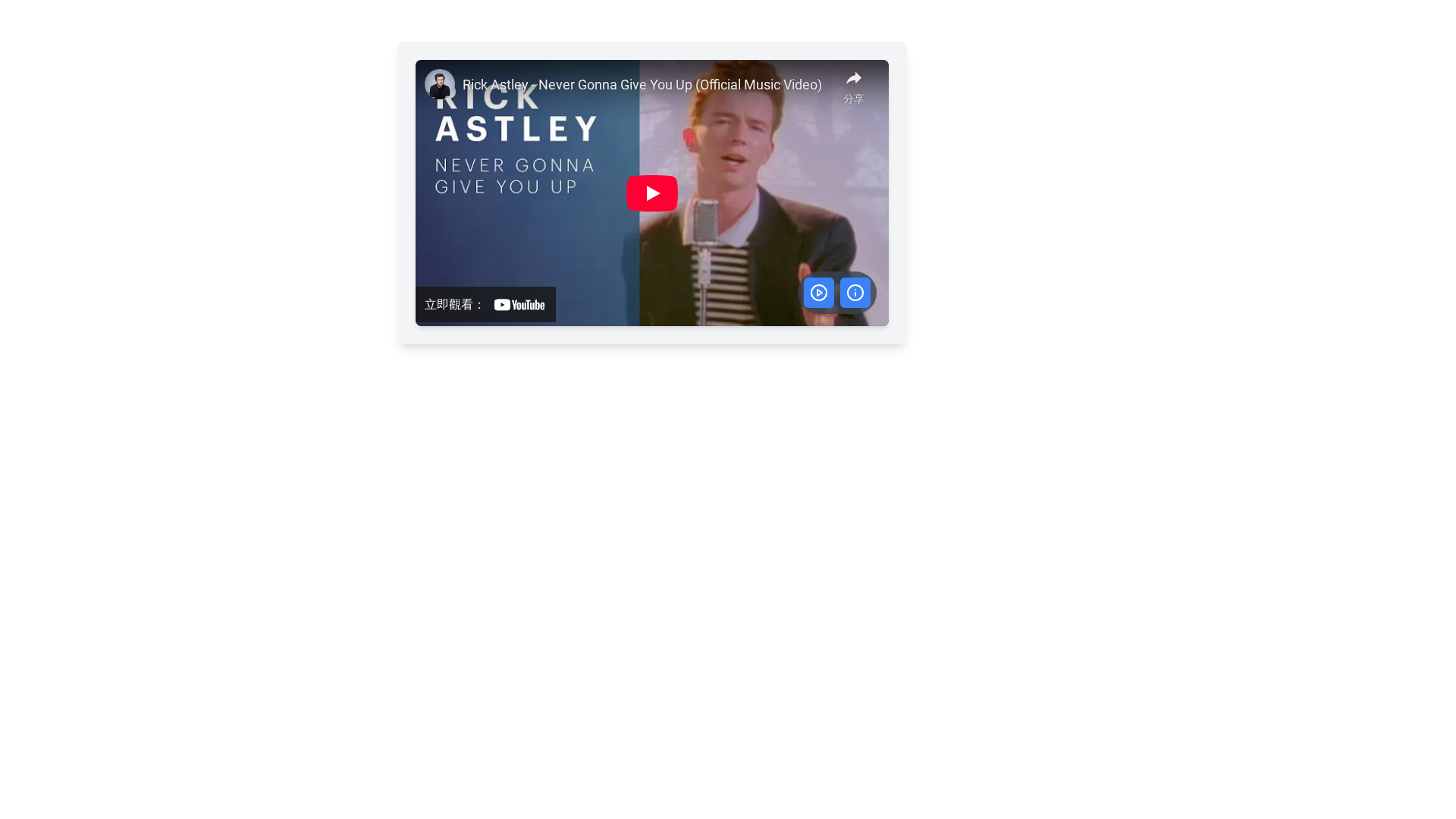 The width and height of the screenshot is (1456, 819). Describe the element at coordinates (836, 292) in the screenshot. I see `the info icon in the Interactive Button Group located at the bottom-right corner of the video display area` at that location.